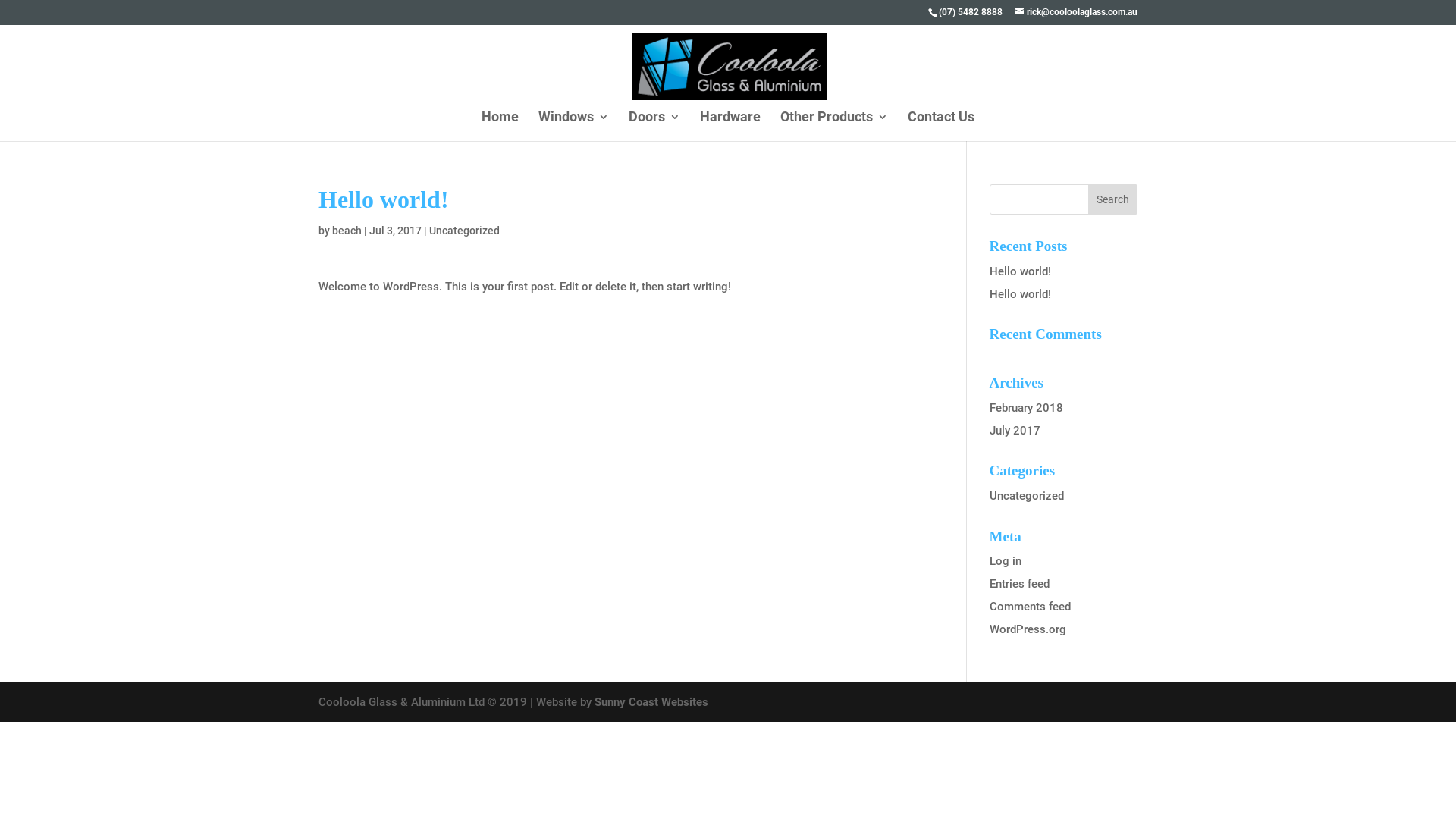  Describe the element at coordinates (833, 124) in the screenshot. I see `'Other Products'` at that location.